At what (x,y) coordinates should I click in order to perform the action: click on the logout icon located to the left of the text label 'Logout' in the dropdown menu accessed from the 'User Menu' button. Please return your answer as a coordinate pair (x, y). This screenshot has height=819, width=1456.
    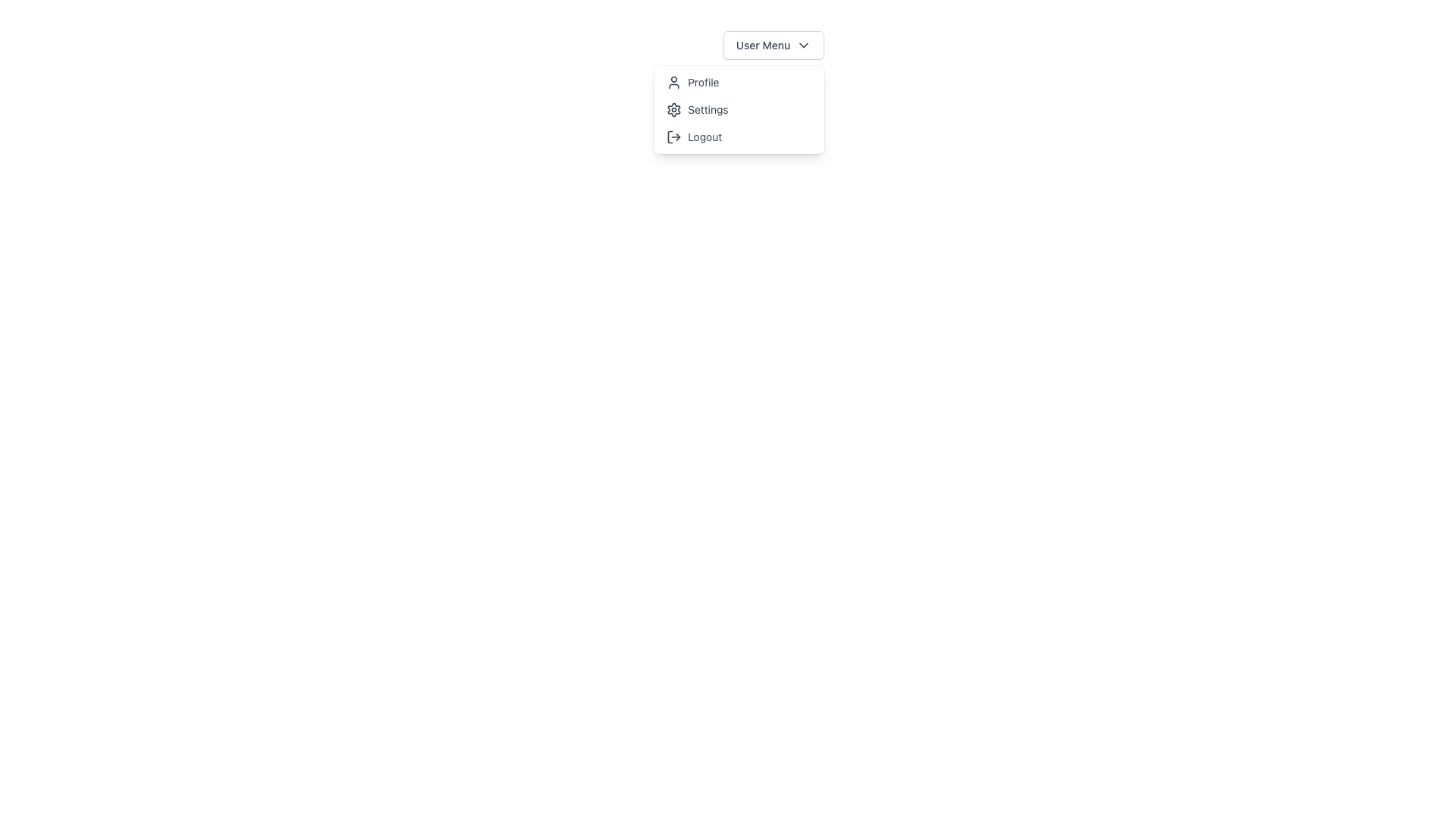
    Looking at the image, I should click on (673, 137).